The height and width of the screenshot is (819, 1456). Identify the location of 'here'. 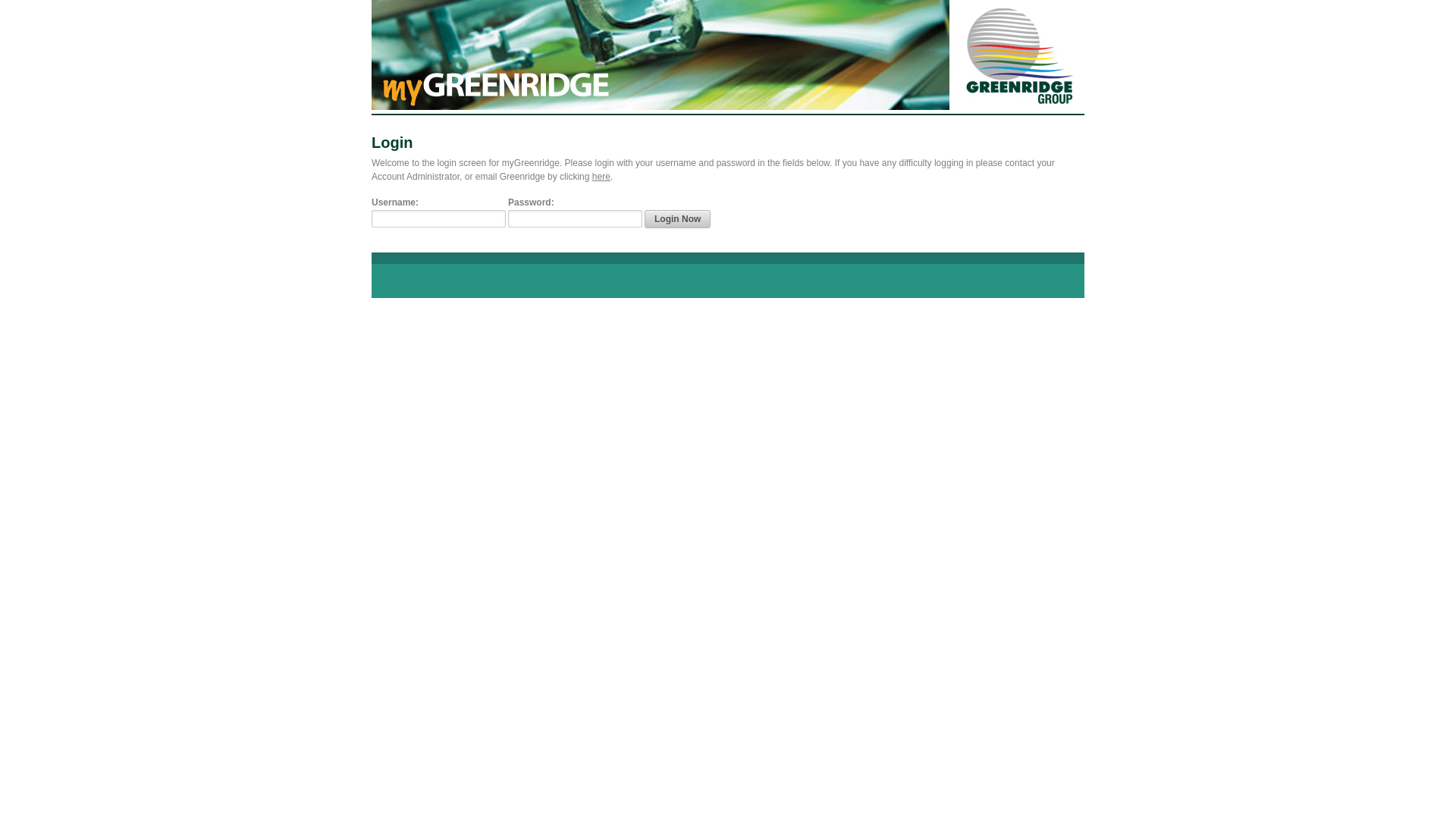
(600, 175).